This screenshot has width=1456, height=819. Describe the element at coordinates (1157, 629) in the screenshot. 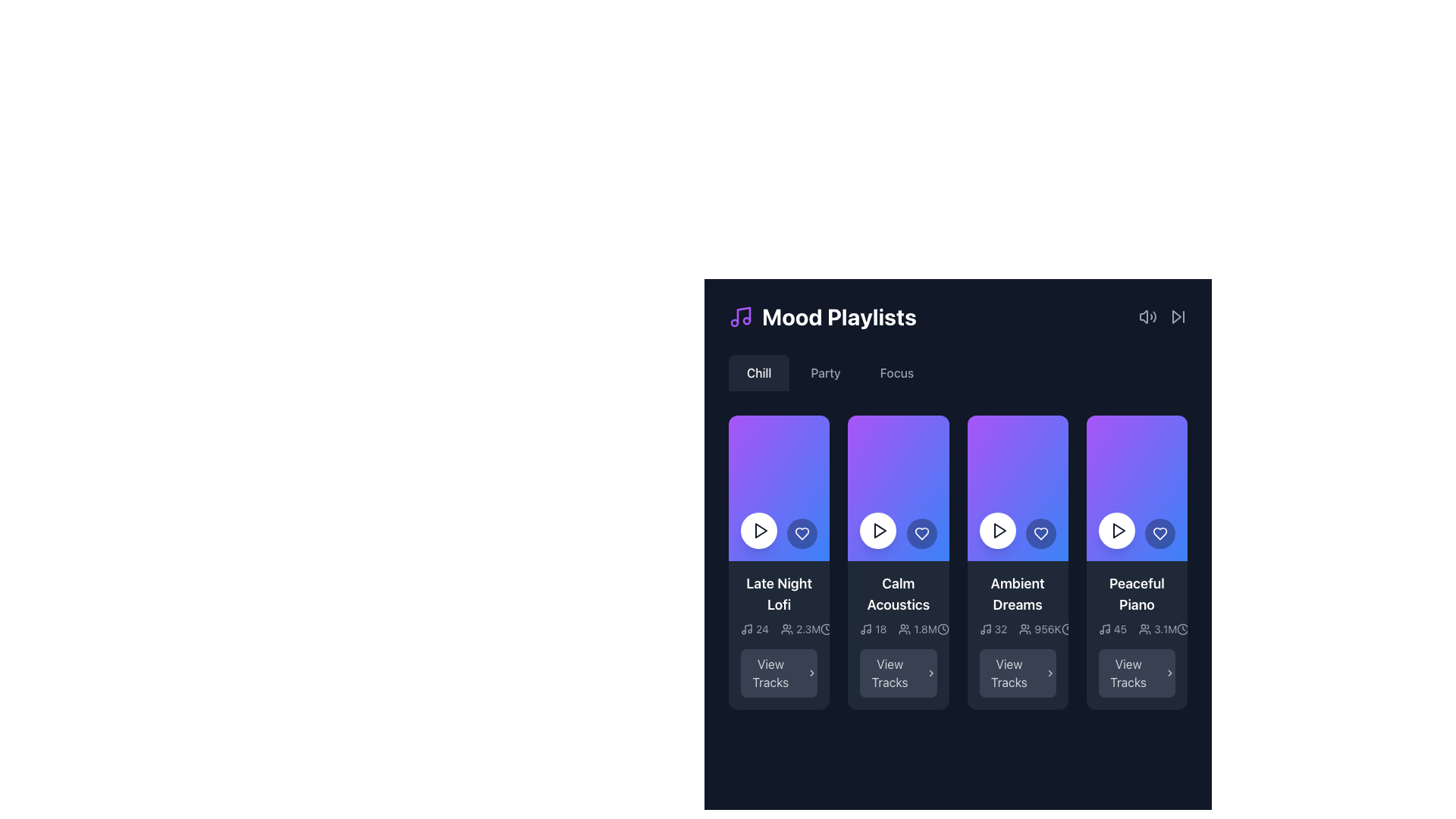

I see `text value displayed above the 'View Tracks' button in the fourth card of the playlist grid, specifically the second item in the list of metadata indicators` at that location.